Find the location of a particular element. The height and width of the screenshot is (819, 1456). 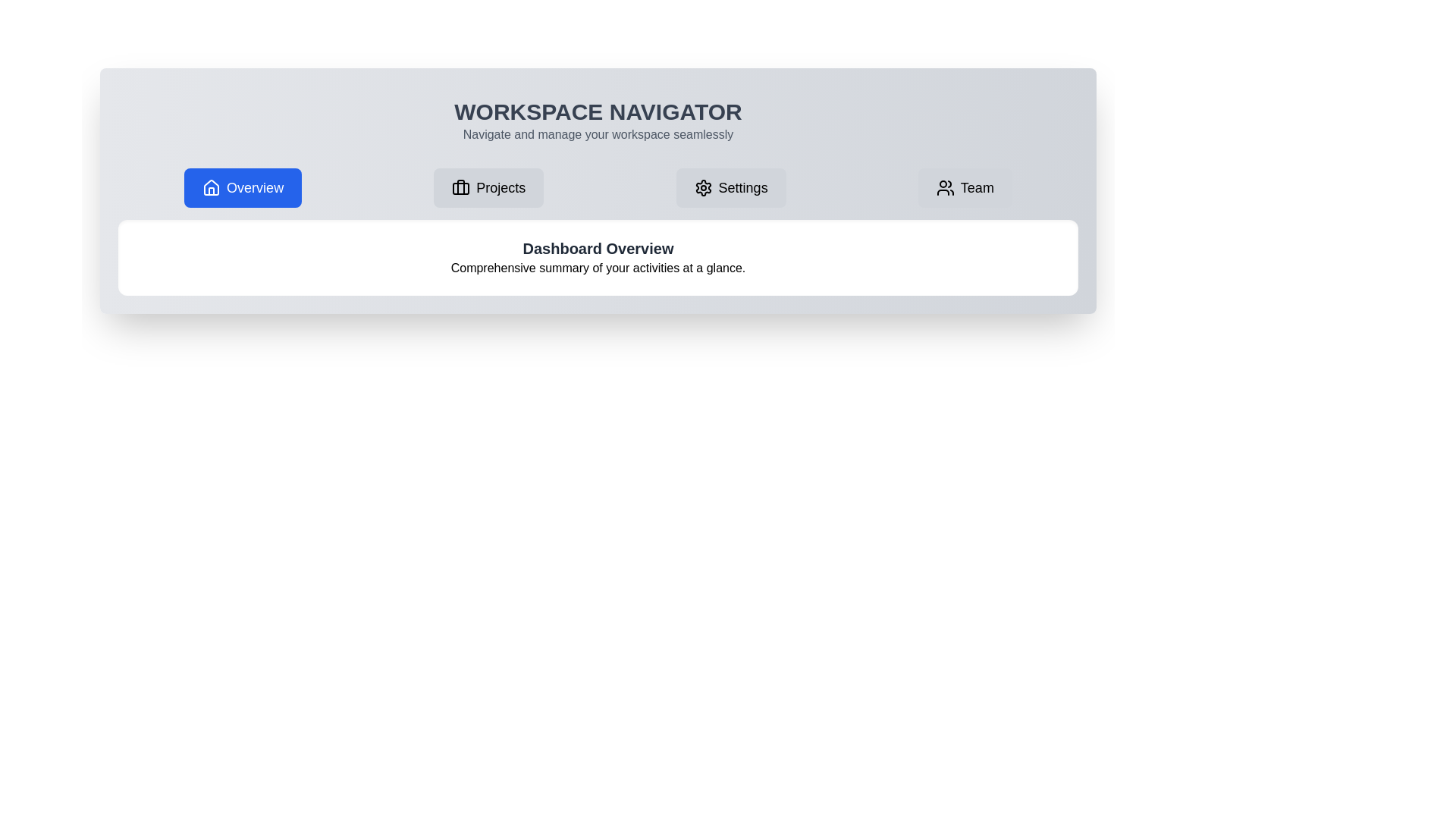

the upper vertical part of the briefcase icon representing the 'Projects' button in the navigation bar is located at coordinates (460, 186).